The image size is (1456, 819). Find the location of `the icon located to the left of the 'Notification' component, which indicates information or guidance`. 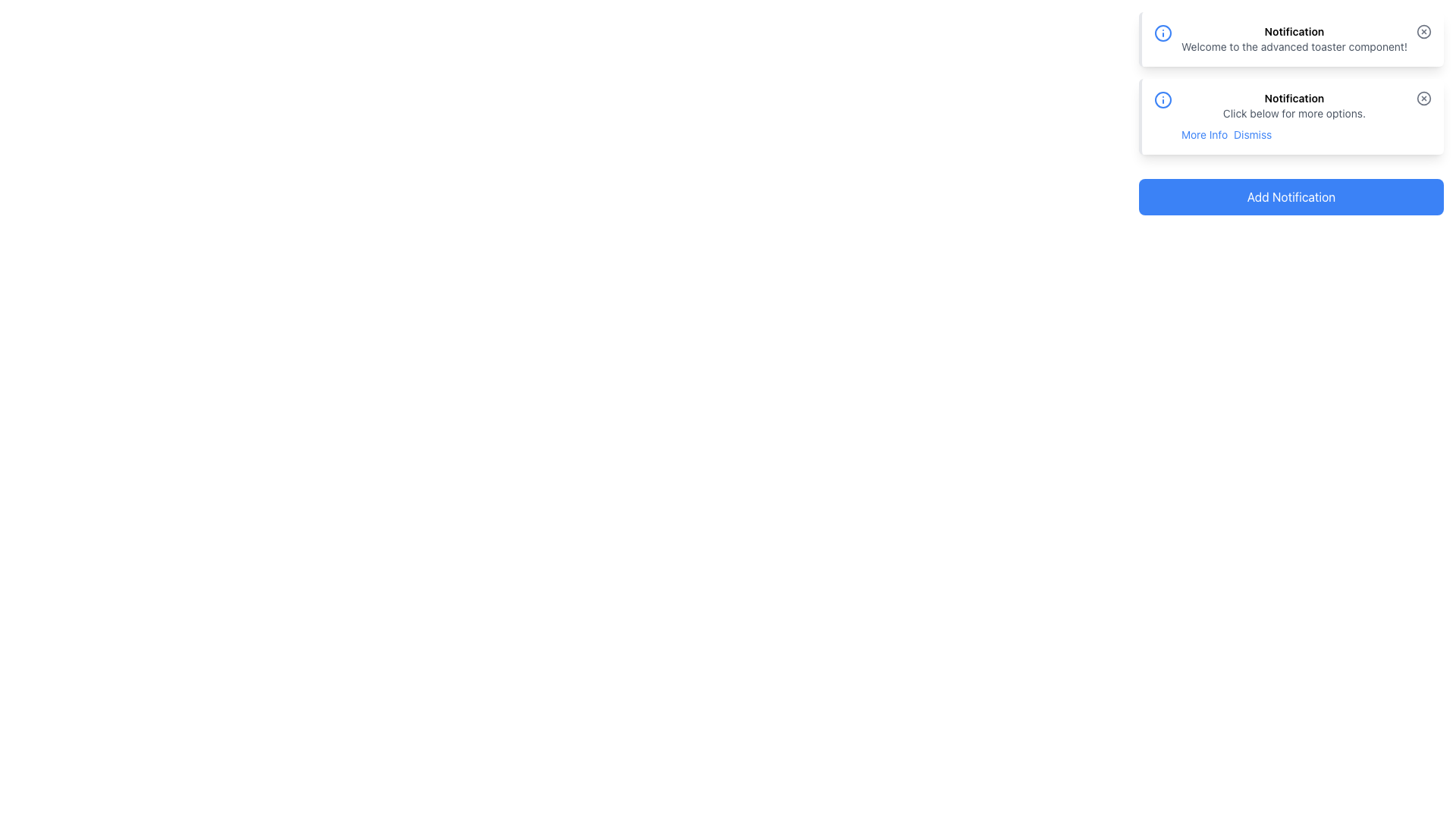

the icon located to the left of the 'Notification' component, which indicates information or guidance is located at coordinates (1162, 99).